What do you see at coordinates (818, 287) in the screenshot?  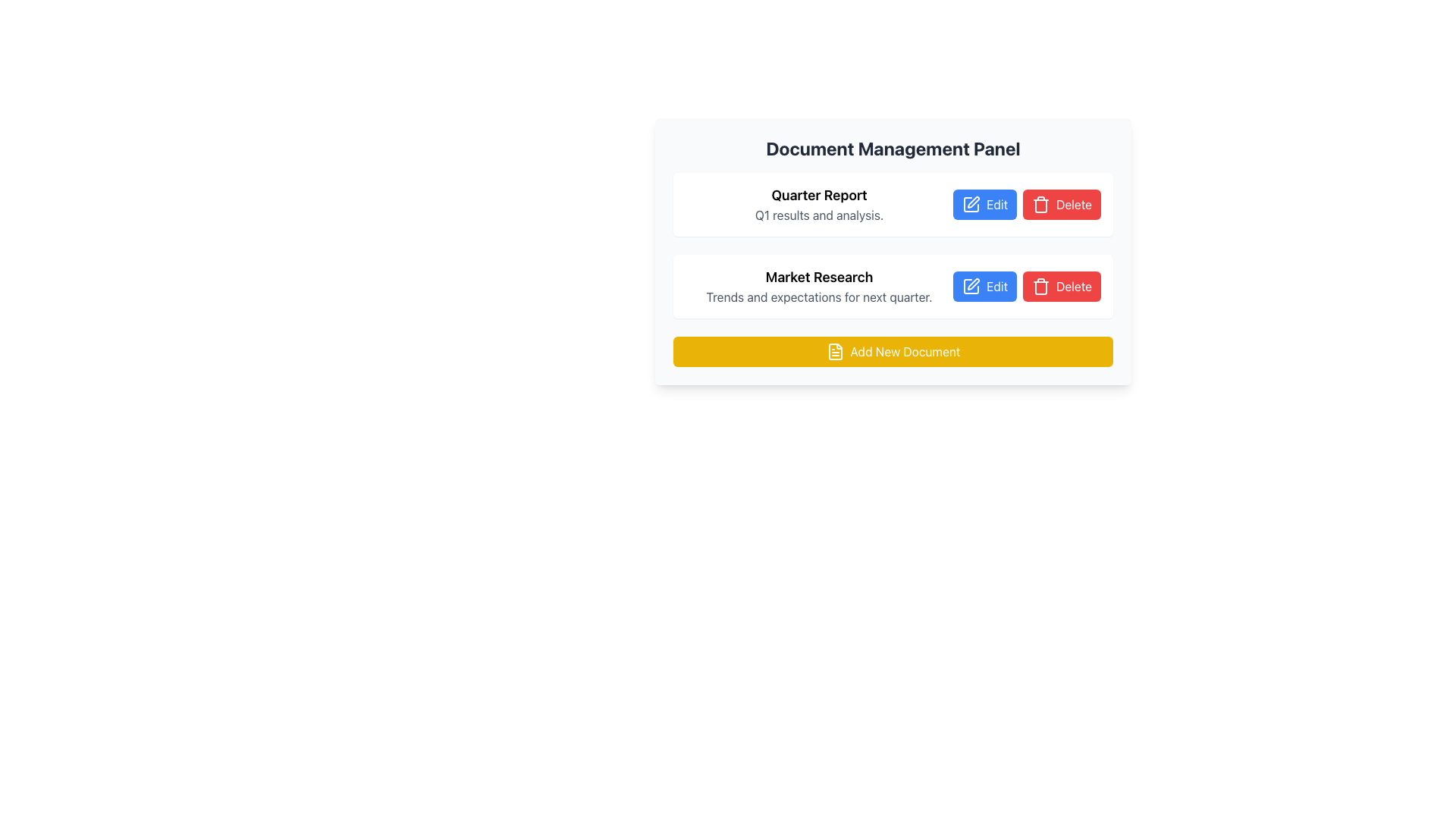 I see `the header text block labeled 'Market Research' located within the Document Management Panel` at bounding box center [818, 287].